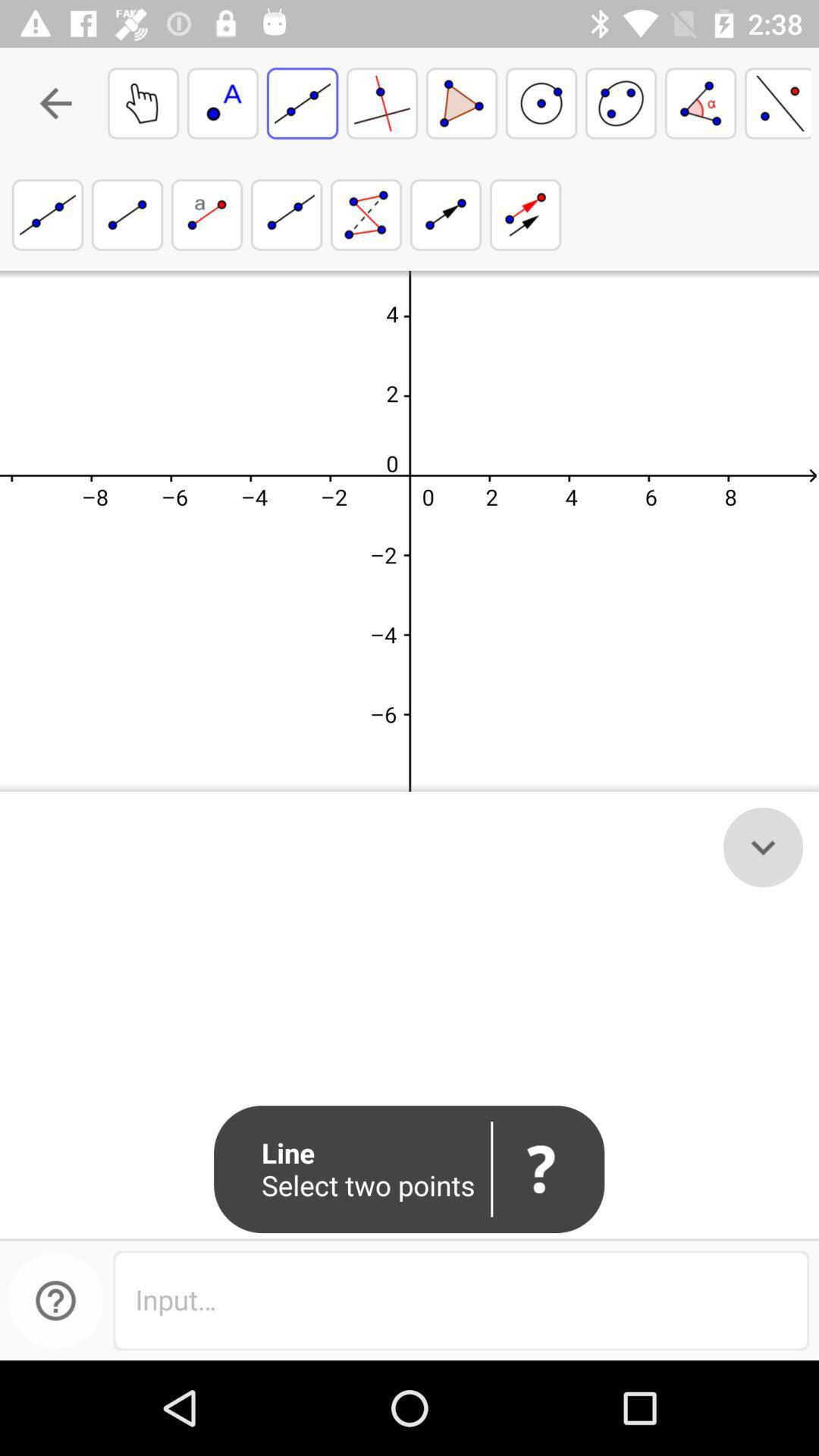  Describe the element at coordinates (763, 846) in the screenshot. I see `the expand_more icon` at that location.